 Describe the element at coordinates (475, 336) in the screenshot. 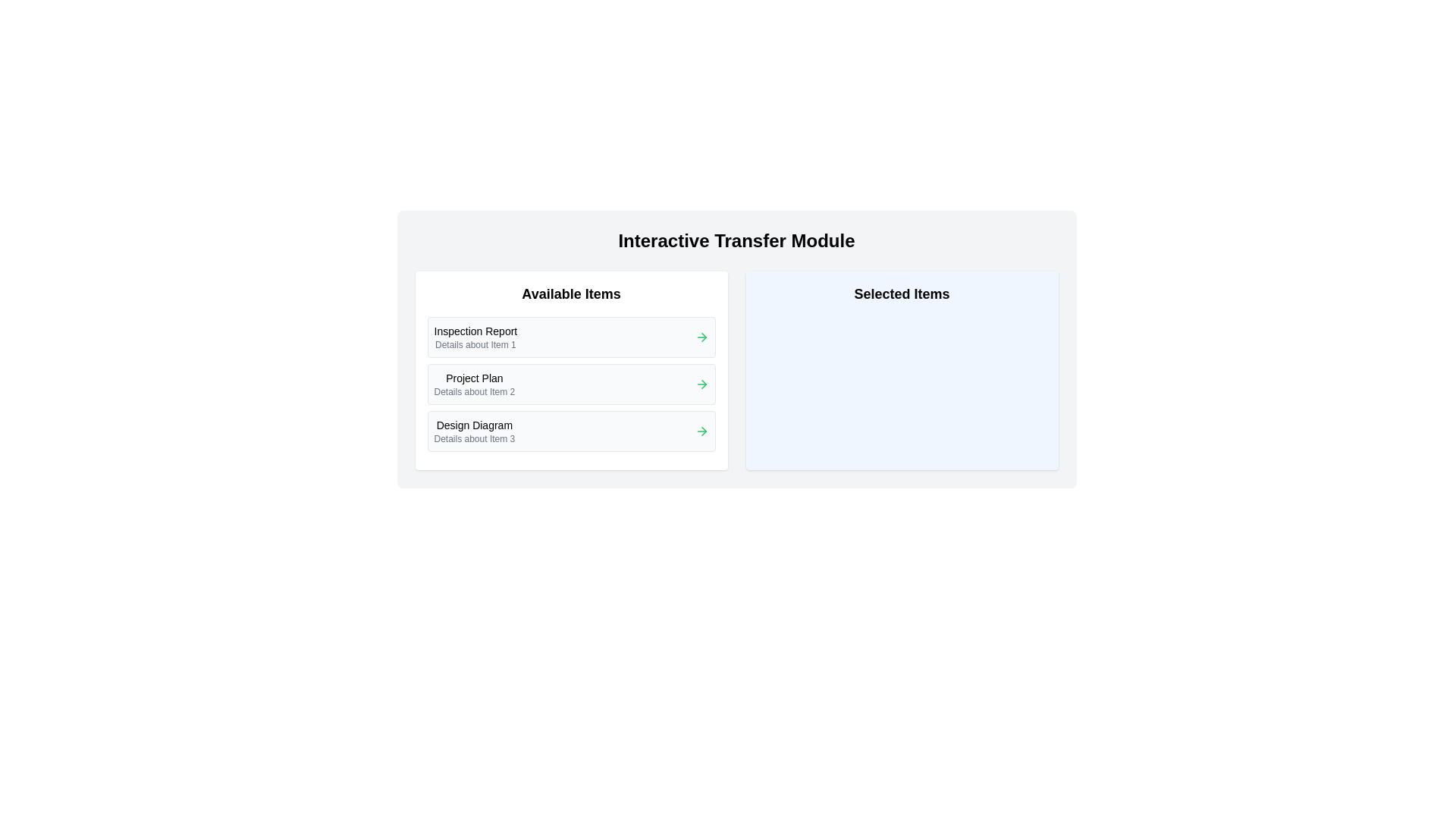

I see `the descriptive text block labeled 'This Text block allows users to:' located in the 'Available Items' section` at that location.